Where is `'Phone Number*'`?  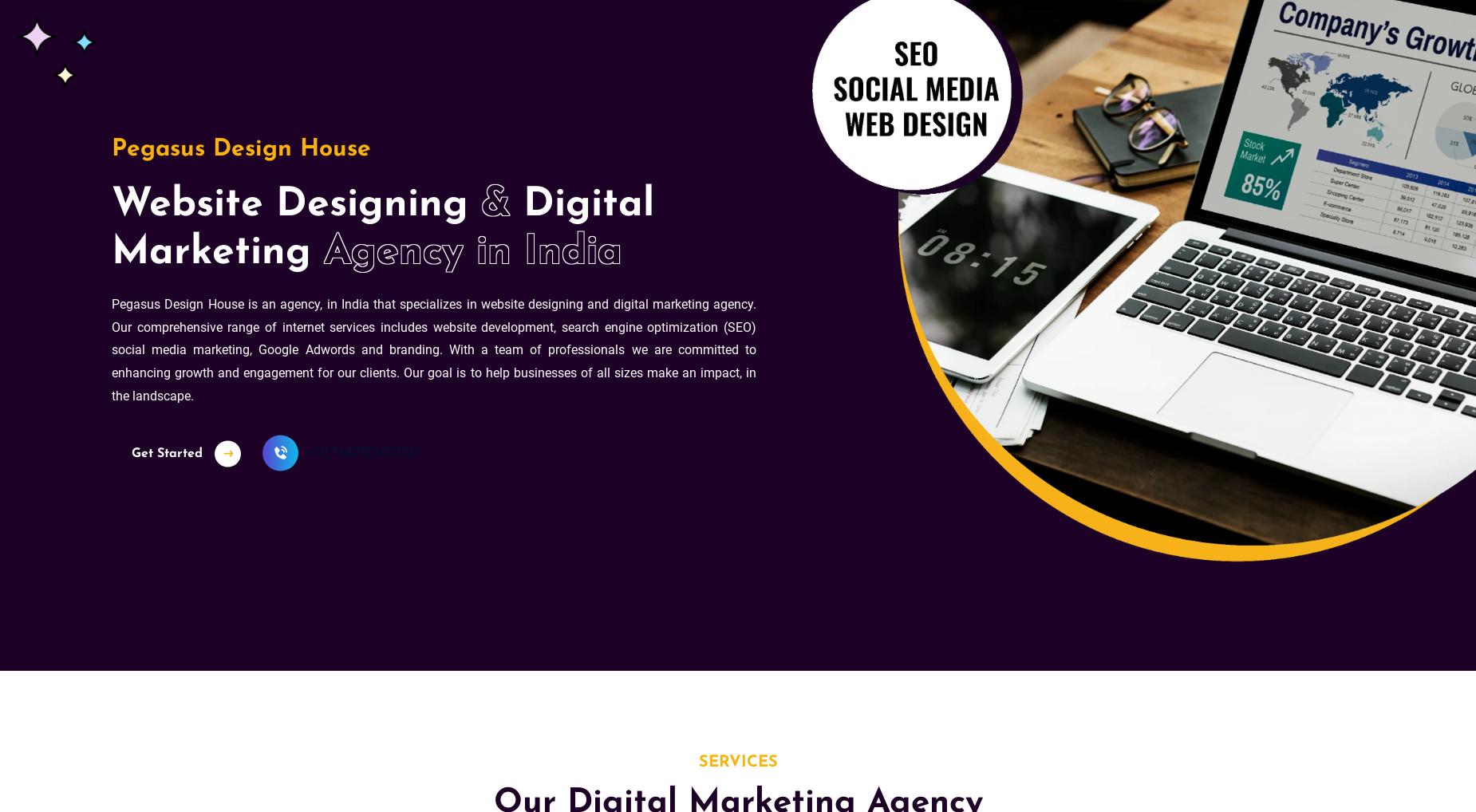
'Phone Number*' is located at coordinates (995, 762).